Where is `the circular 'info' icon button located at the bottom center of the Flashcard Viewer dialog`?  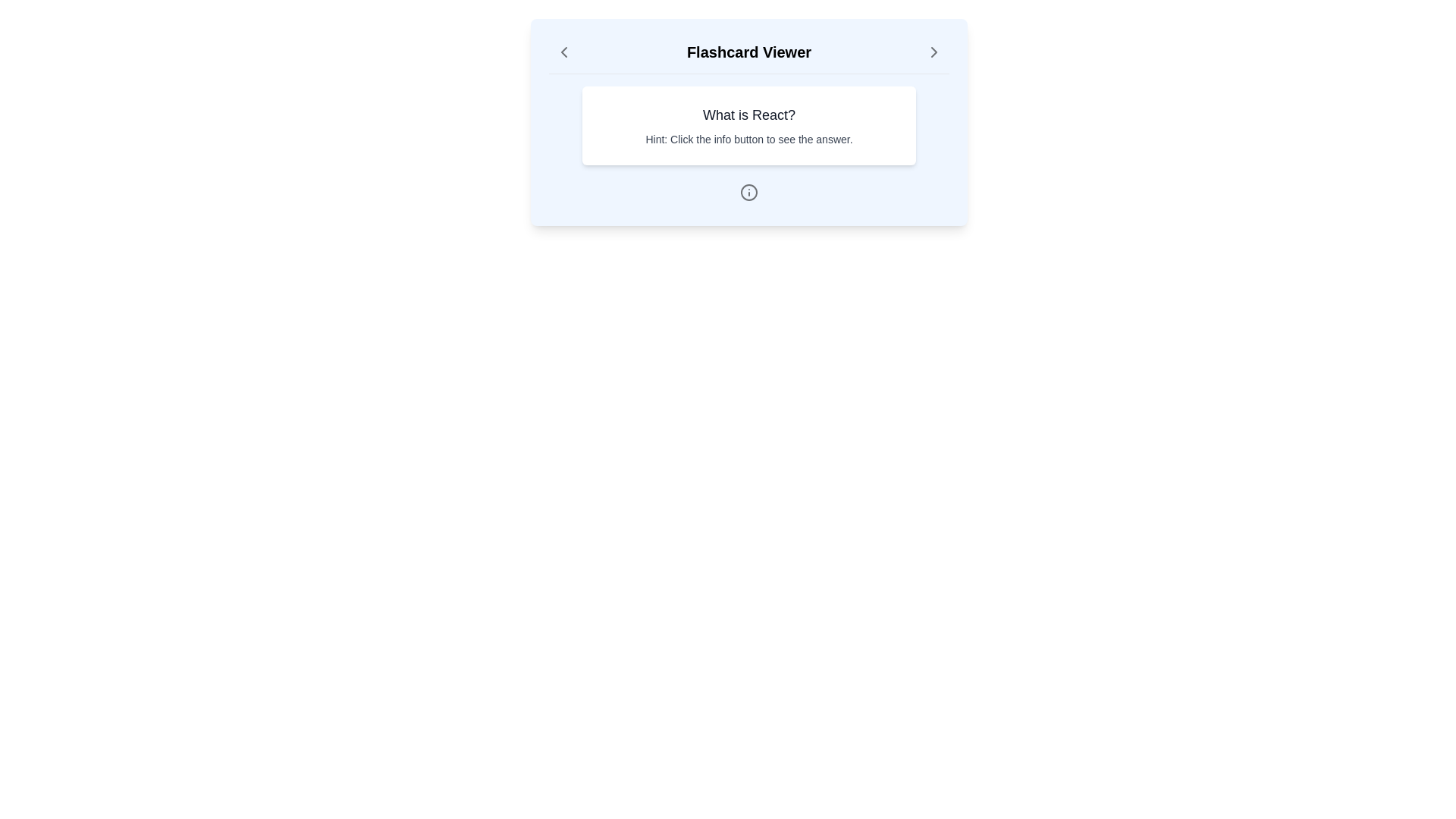 the circular 'info' icon button located at the bottom center of the Flashcard Viewer dialog is located at coordinates (749, 192).